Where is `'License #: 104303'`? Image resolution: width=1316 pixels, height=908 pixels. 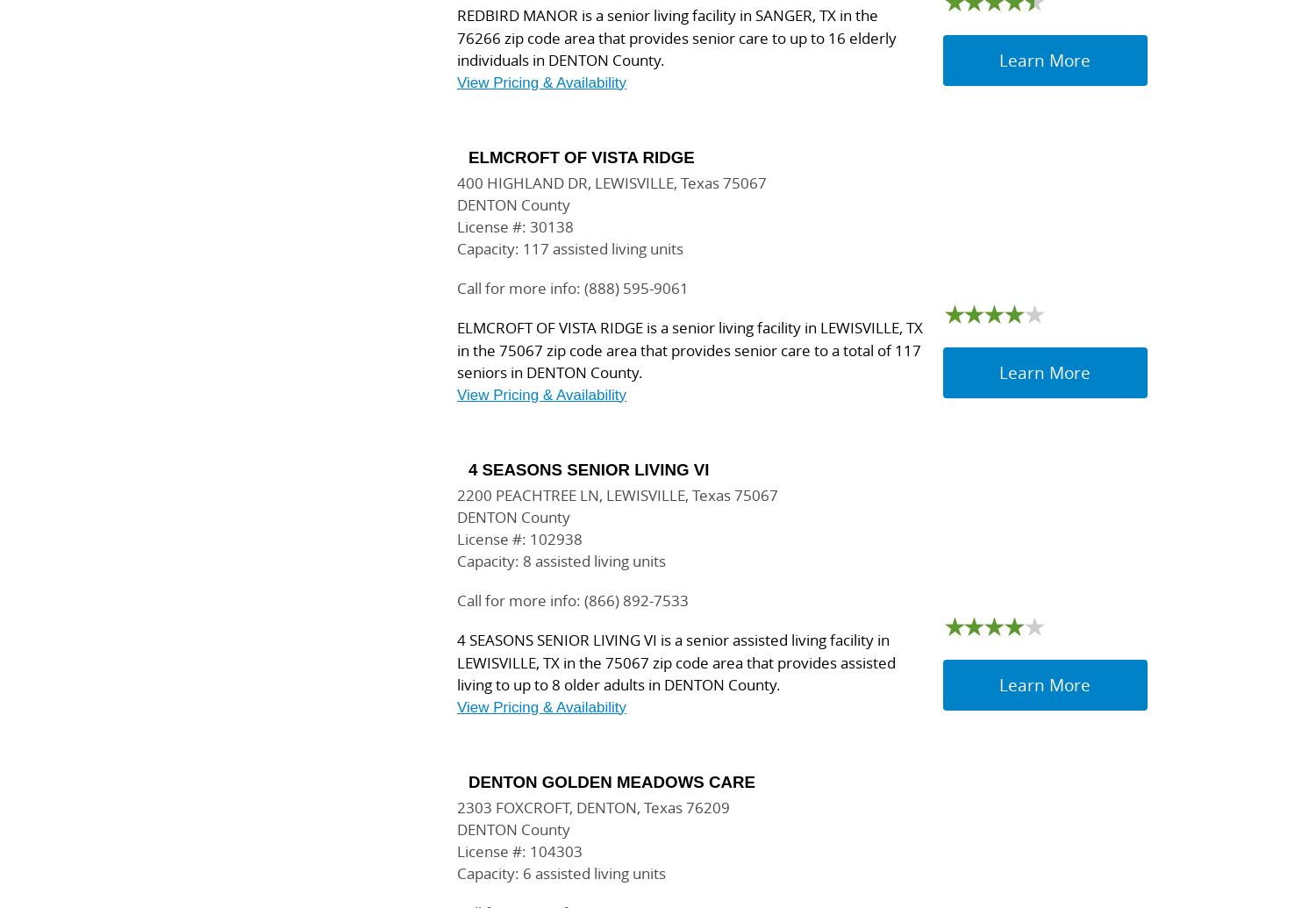
'License #: 104303' is located at coordinates (519, 850).